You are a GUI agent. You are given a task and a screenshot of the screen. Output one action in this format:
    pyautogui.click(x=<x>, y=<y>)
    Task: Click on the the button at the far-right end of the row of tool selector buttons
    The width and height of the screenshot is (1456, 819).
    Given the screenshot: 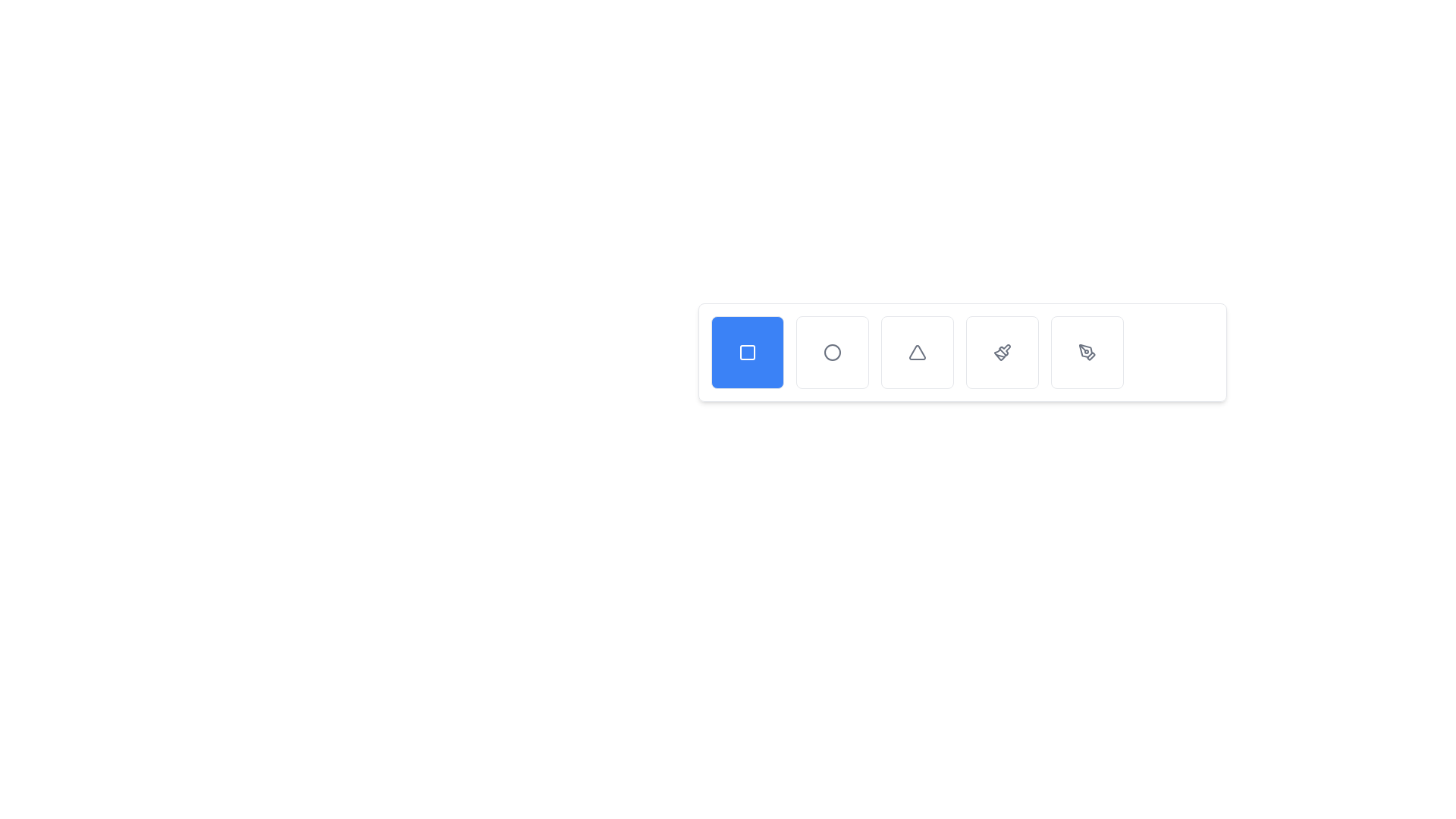 What is the action you would take?
    pyautogui.click(x=1087, y=353)
    